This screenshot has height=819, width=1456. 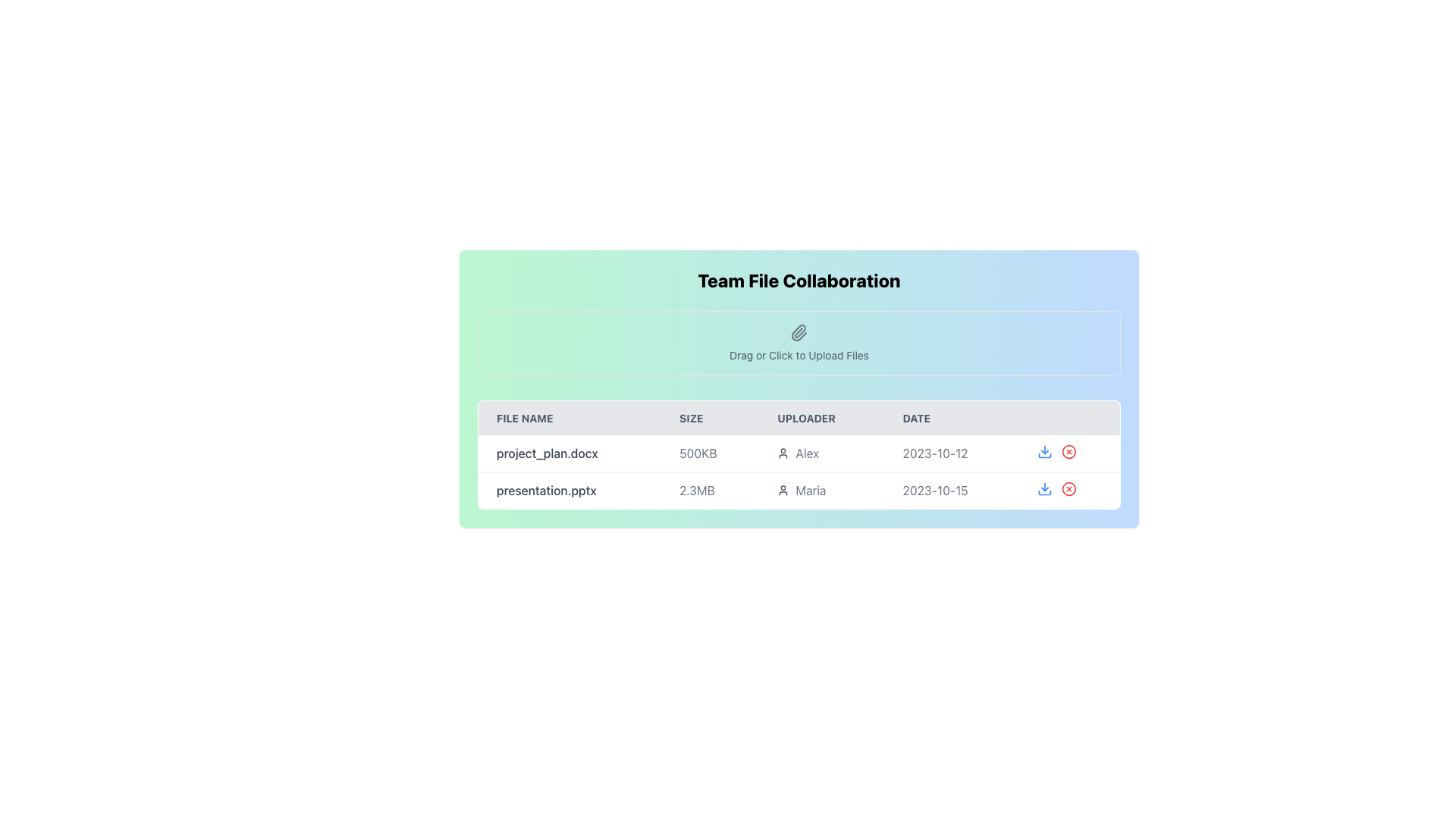 What do you see at coordinates (821, 418) in the screenshot?
I see `the 'Uploader' text label, which is the third column header in the table layout, displaying the word 'Uploader' in uppercase letters with a gray background` at bounding box center [821, 418].